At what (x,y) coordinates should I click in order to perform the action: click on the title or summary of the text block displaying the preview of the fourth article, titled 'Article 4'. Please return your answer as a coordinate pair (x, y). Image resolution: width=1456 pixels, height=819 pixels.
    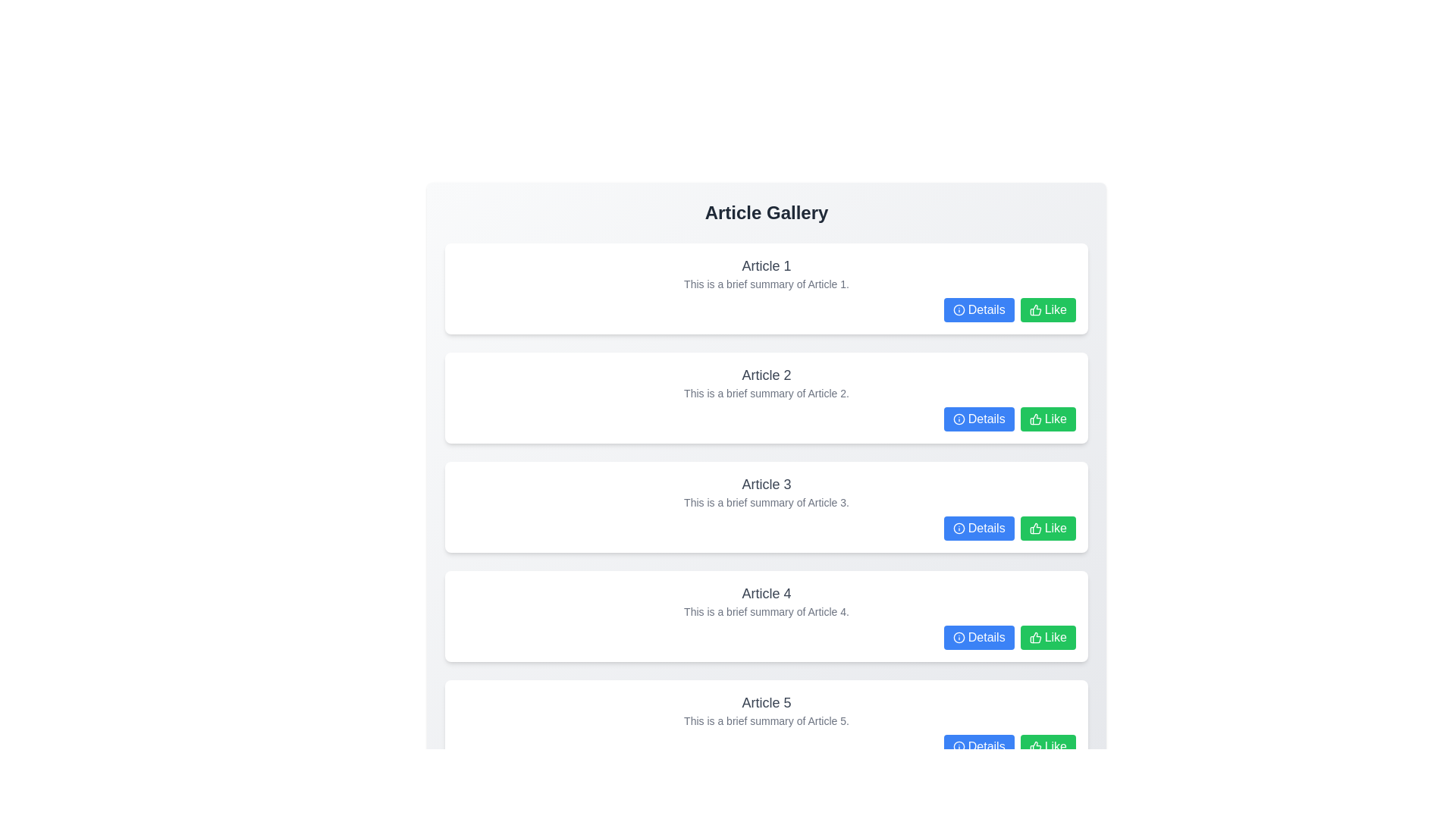
    Looking at the image, I should click on (767, 601).